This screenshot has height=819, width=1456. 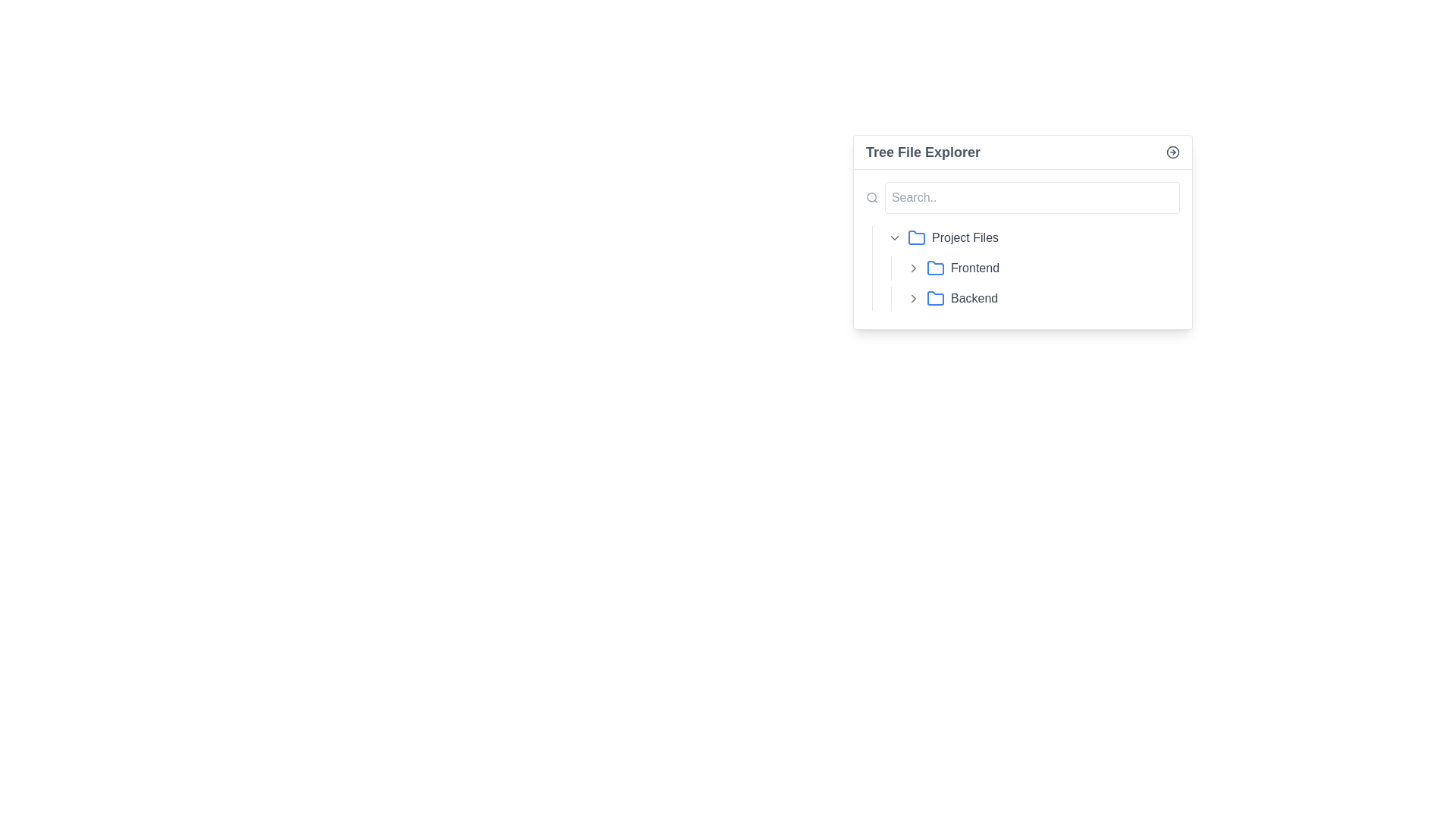 What do you see at coordinates (1040, 298) in the screenshot?
I see `the 'Backend' folder entry in the treeview` at bounding box center [1040, 298].